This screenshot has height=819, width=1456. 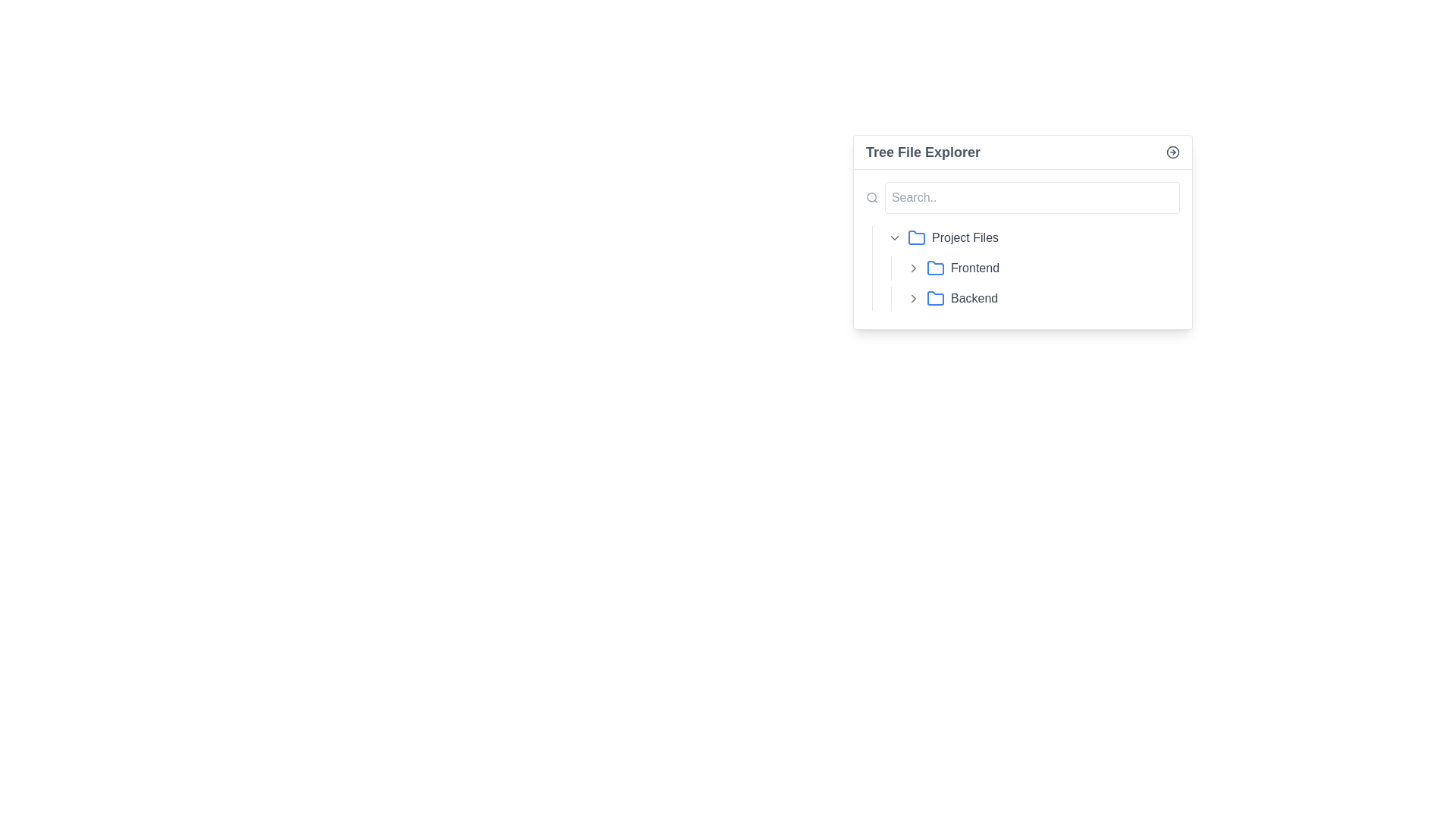 What do you see at coordinates (1040, 298) in the screenshot?
I see `the 'Backend' folder entry in the treeview` at bounding box center [1040, 298].